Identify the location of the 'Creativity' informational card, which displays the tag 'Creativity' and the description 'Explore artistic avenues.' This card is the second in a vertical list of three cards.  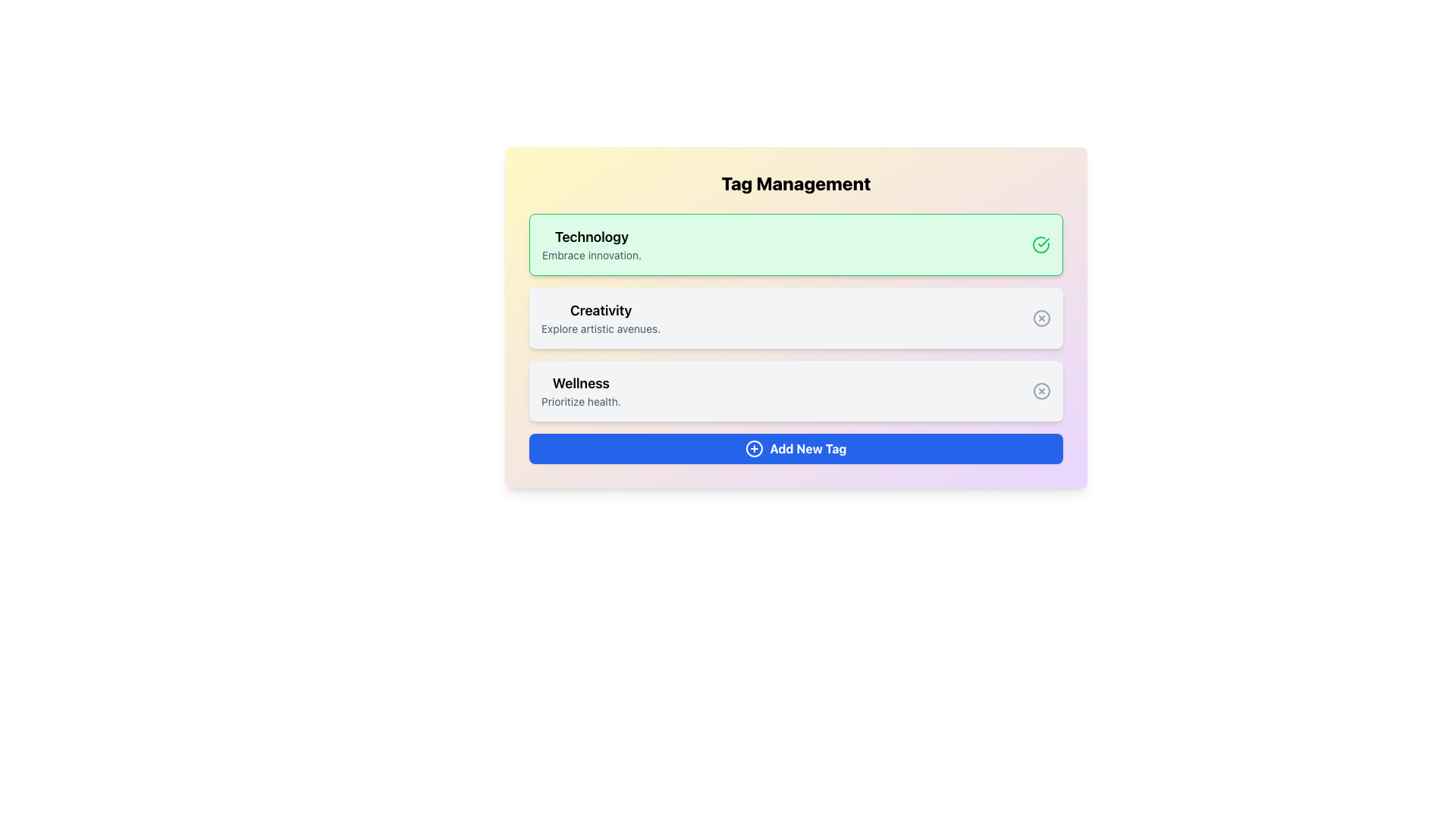
(795, 318).